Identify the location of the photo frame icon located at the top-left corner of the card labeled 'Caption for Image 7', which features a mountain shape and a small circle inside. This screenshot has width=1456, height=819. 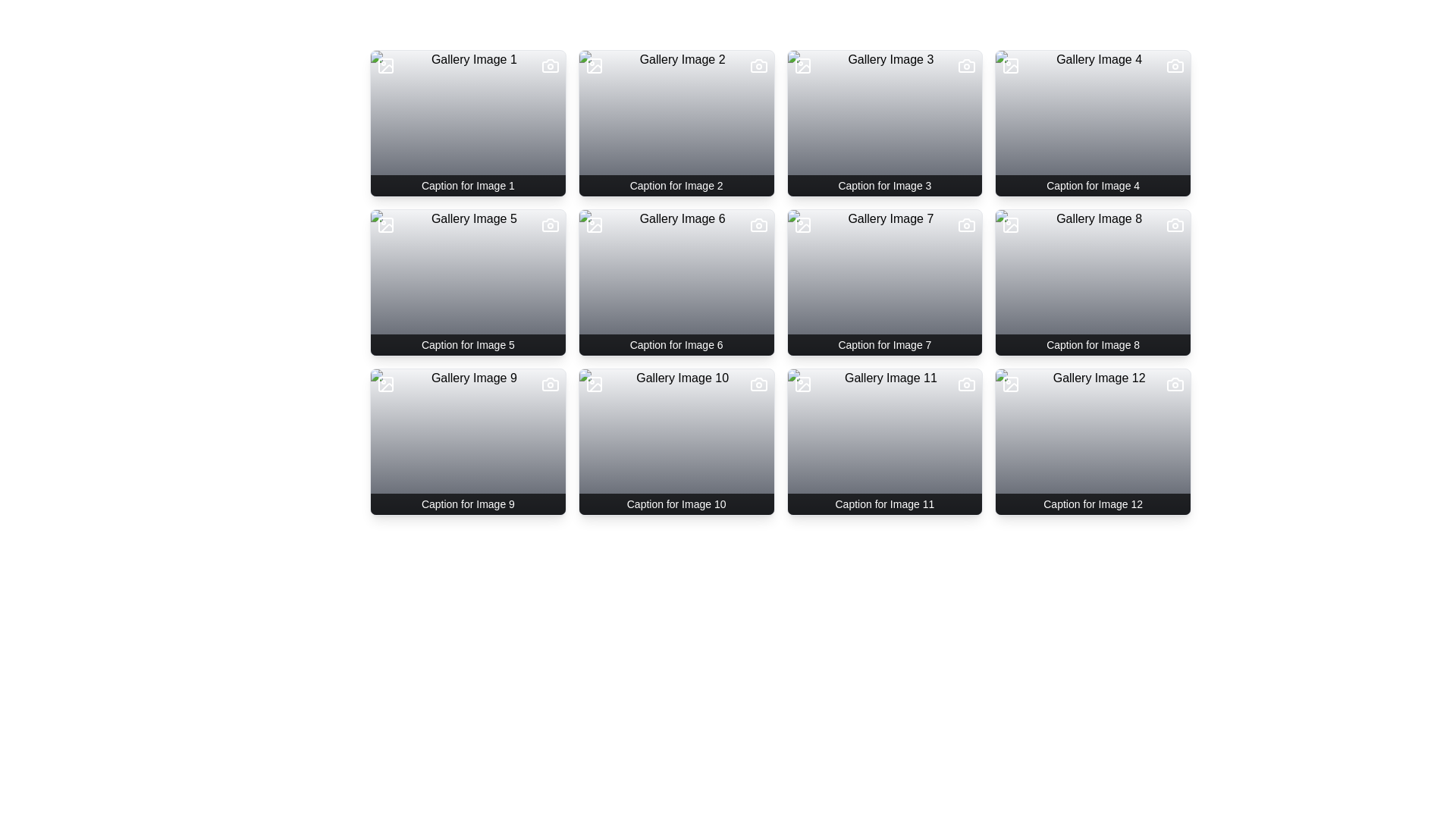
(802, 225).